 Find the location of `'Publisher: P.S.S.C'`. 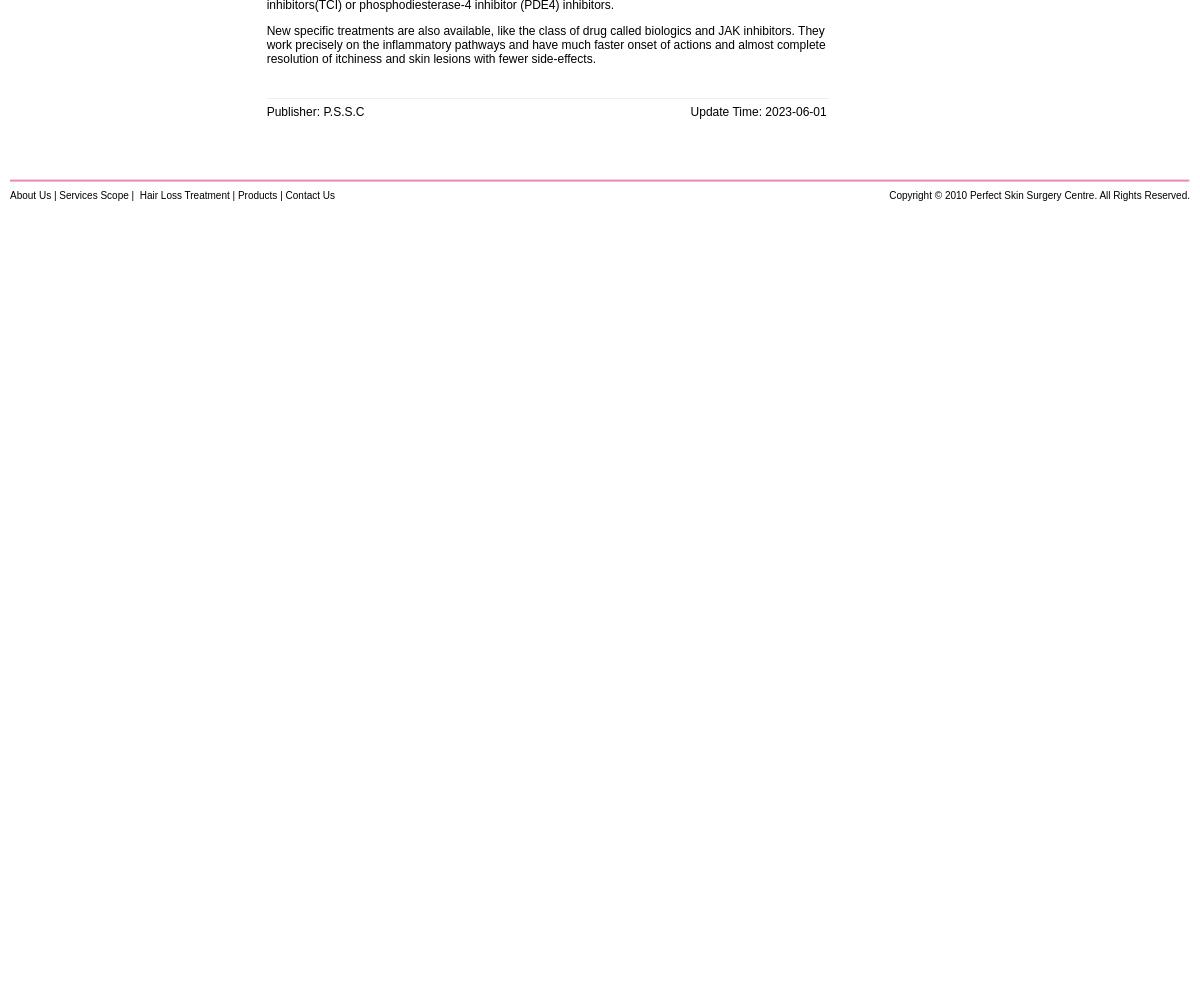

'Publisher: P.S.S.C' is located at coordinates (315, 111).